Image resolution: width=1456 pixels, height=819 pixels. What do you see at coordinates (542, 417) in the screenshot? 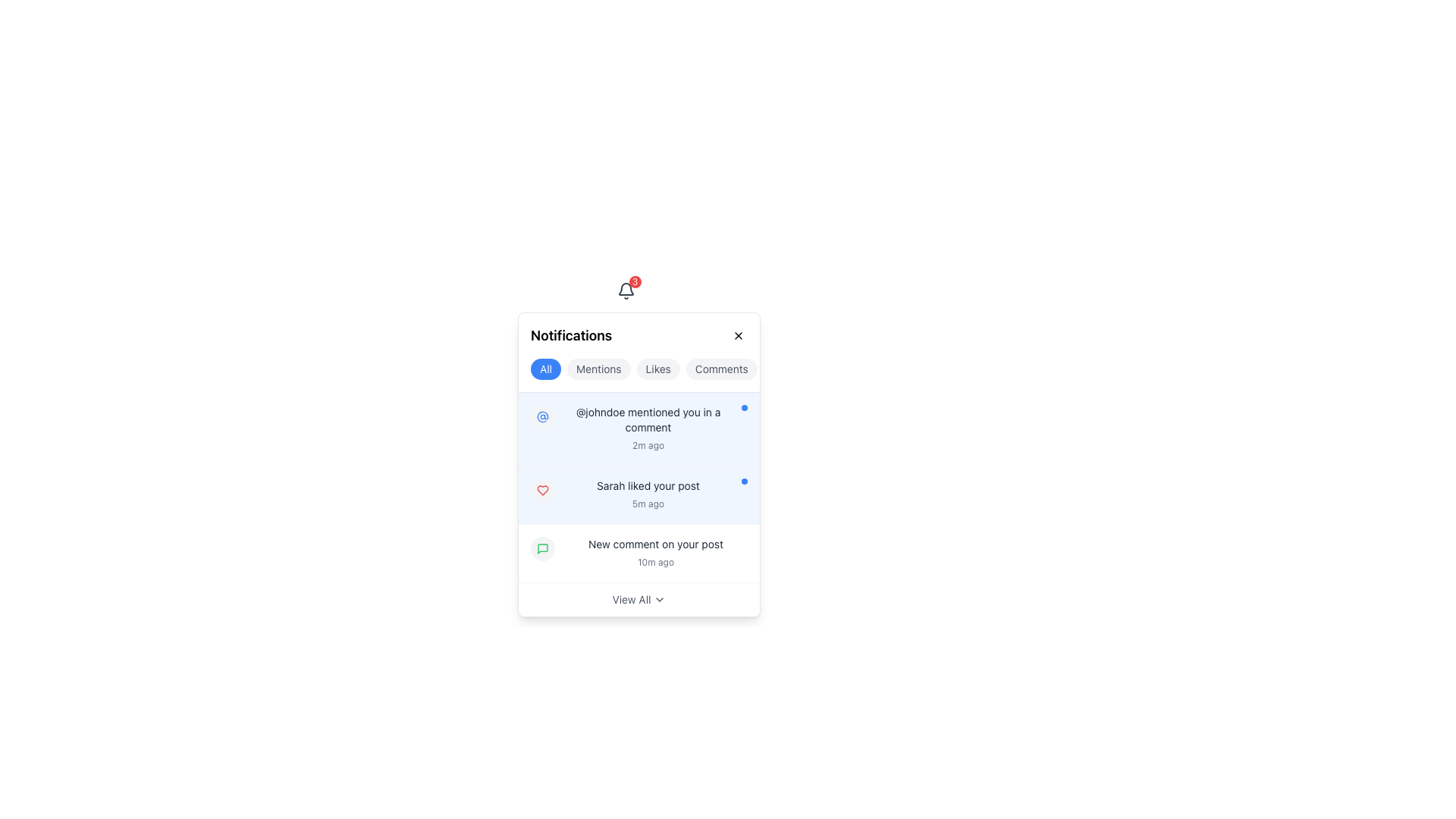
I see `the blue '@' icon located on a light gray circular background at the top-left section of the notification card by clicking on it` at bounding box center [542, 417].